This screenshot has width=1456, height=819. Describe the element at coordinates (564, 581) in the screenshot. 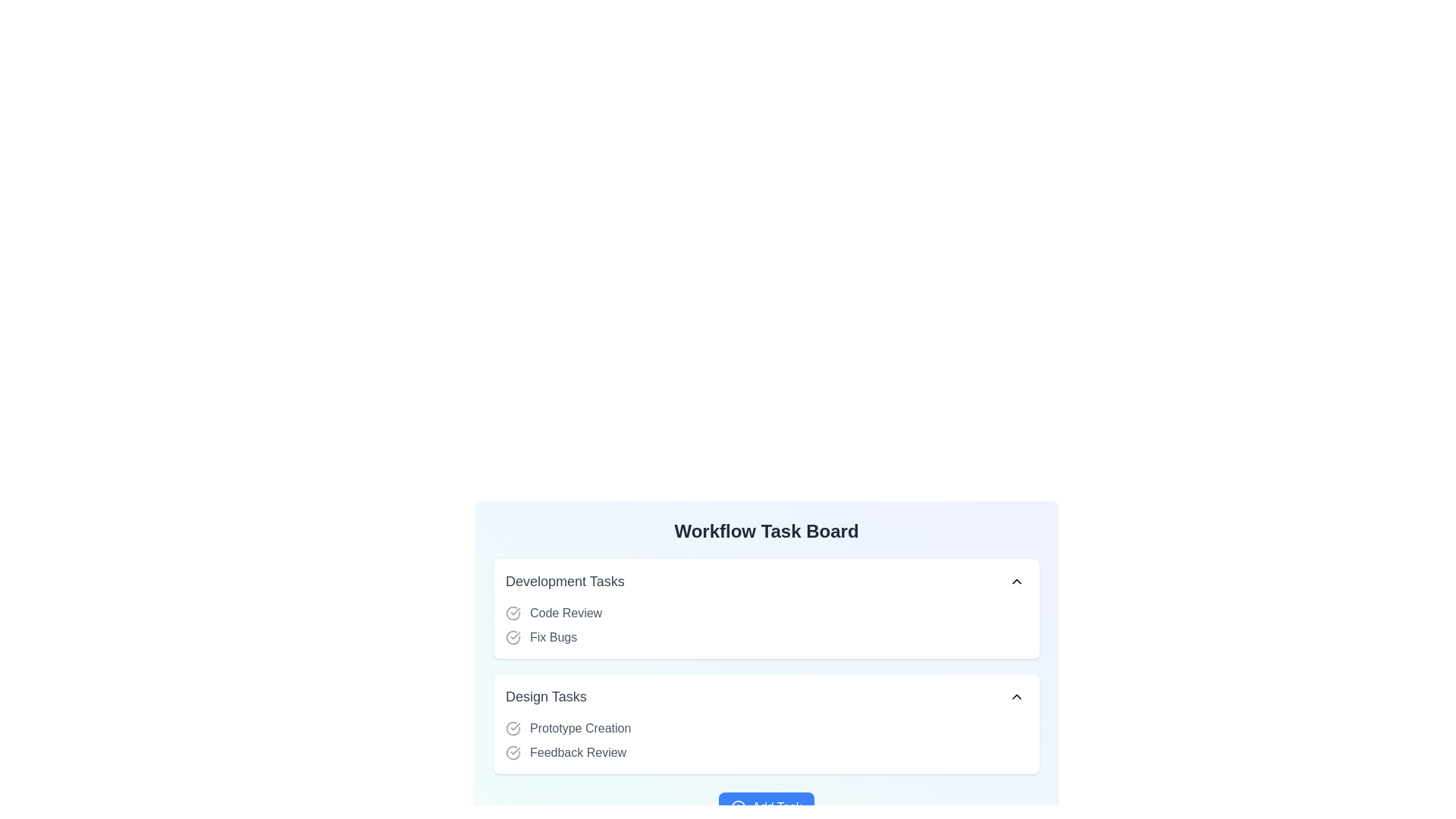

I see `the bold and large text label reading 'Development Tasks', which signifies the start of a section and is styled with a grayish hue` at that location.